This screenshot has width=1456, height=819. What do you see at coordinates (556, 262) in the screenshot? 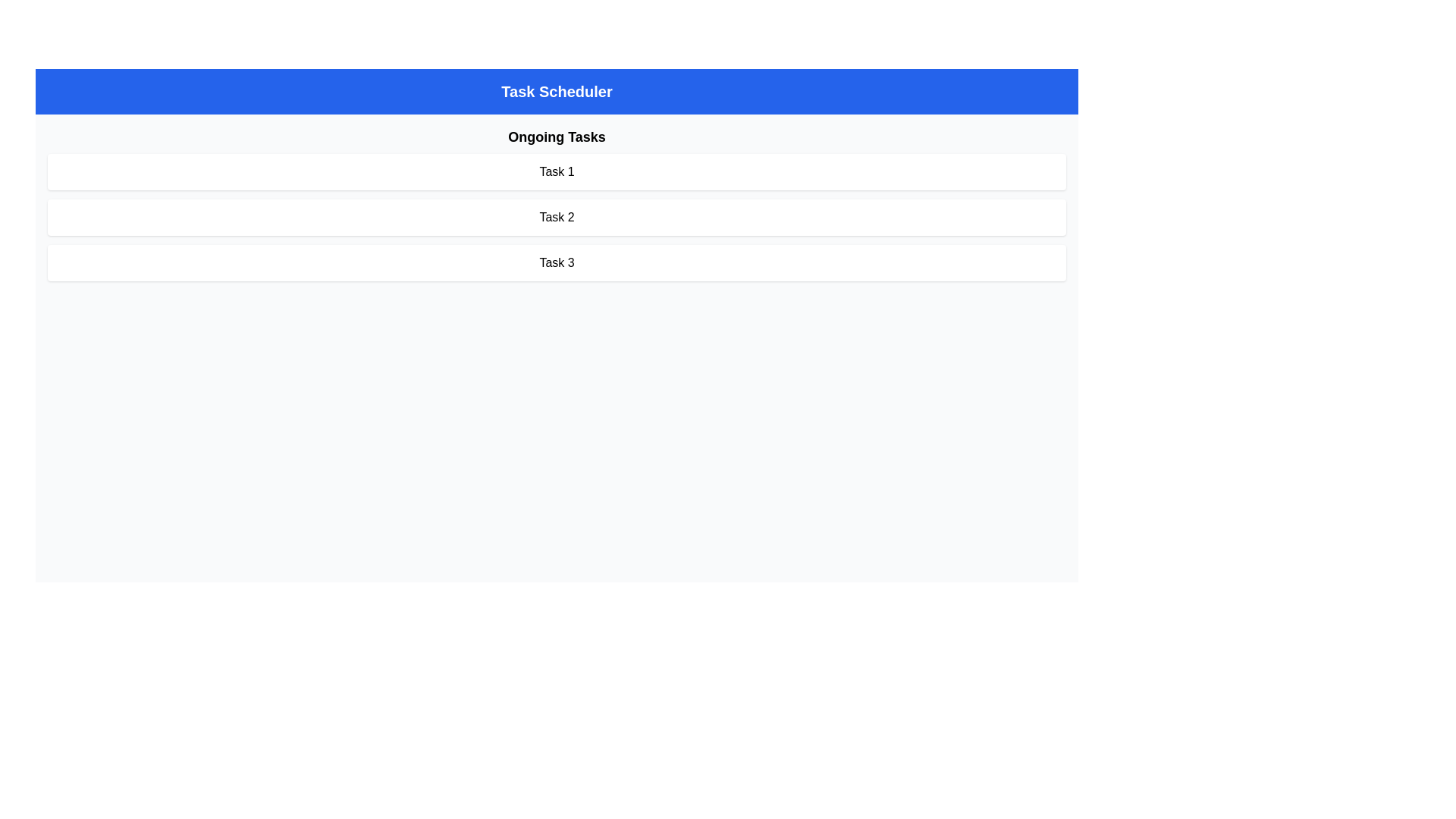
I see `the text of the task labeled 'Task 3' within the task management application for copying or other operations` at bounding box center [556, 262].